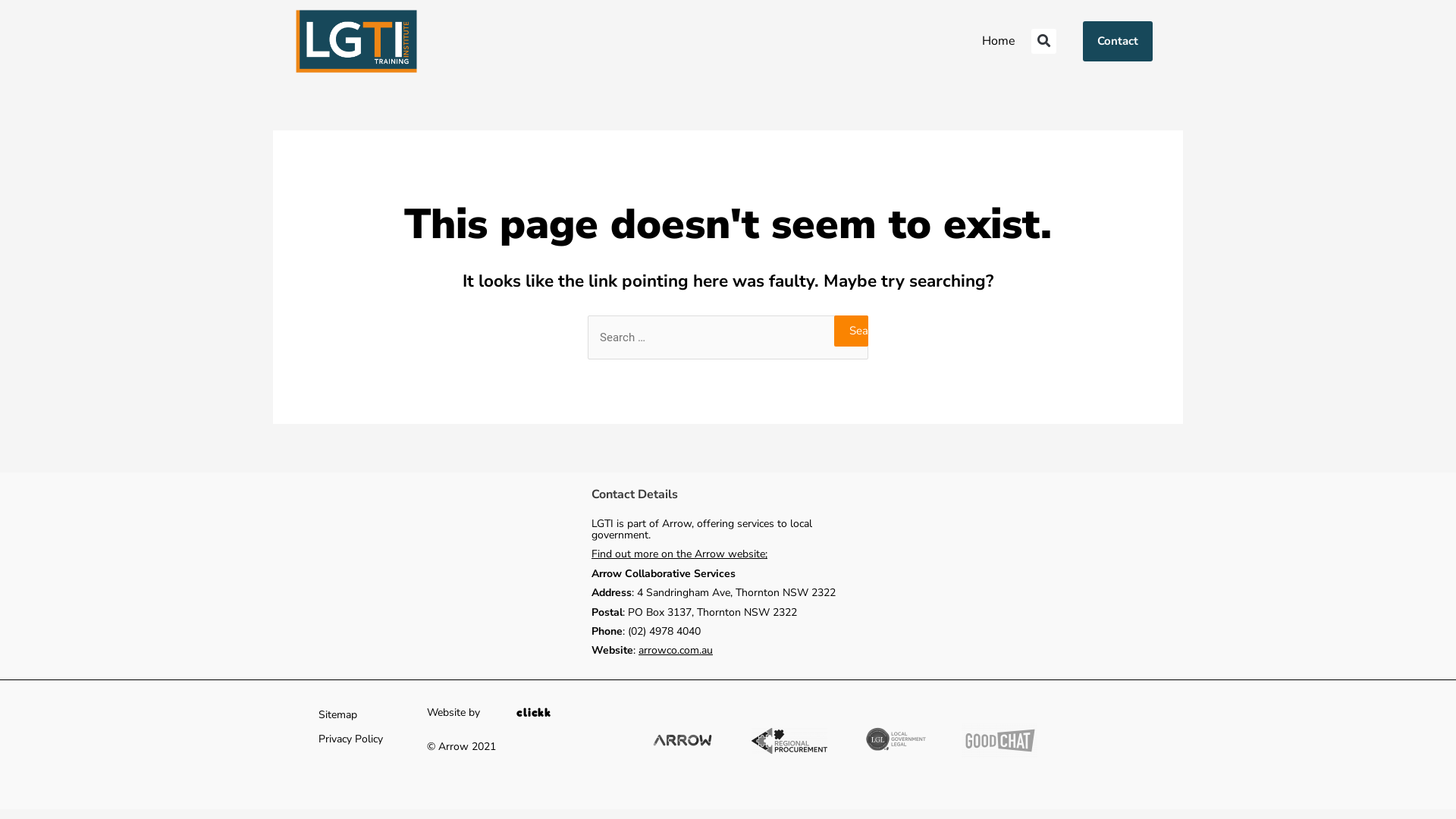  Describe the element at coordinates (337, 714) in the screenshot. I see `'Sitemap'` at that location.